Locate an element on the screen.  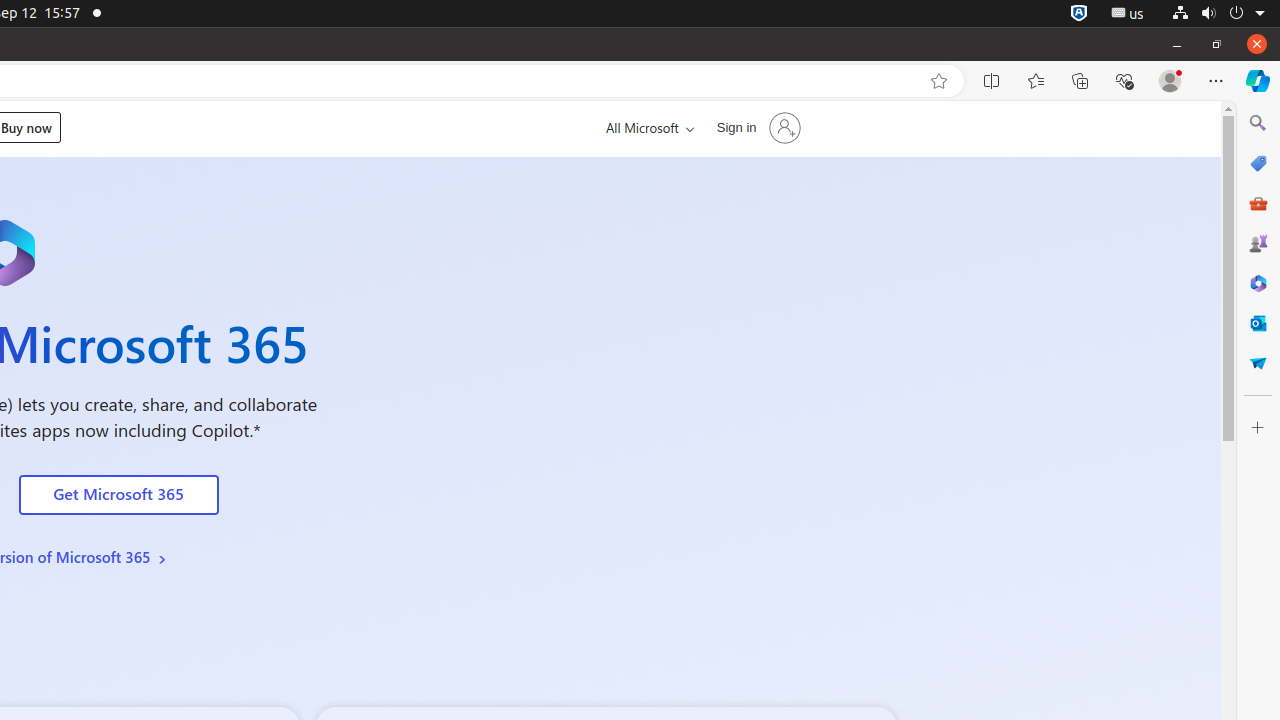
':1.72/StatusNotifierItem' is located at coordinates (1078, 13).